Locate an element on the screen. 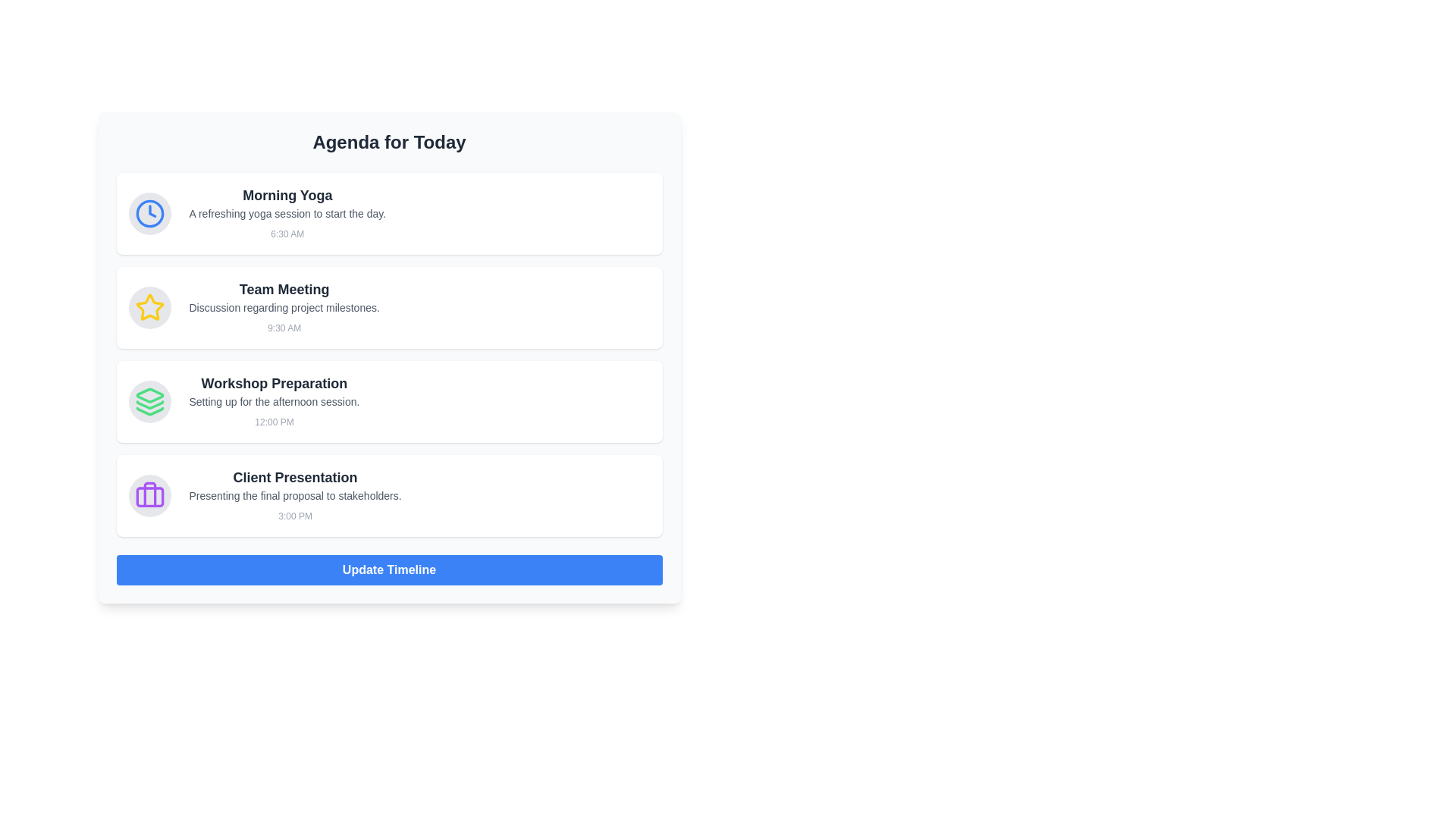 Image resolution: width=1456 pixels, height=819 pixels. the Text Block displaying schedule information, which is the third item in a vertical list between 'Team Meeting' and 'Client Presentation', visually aligned with a green layered sheets icon is located at coordinates (274, 400).